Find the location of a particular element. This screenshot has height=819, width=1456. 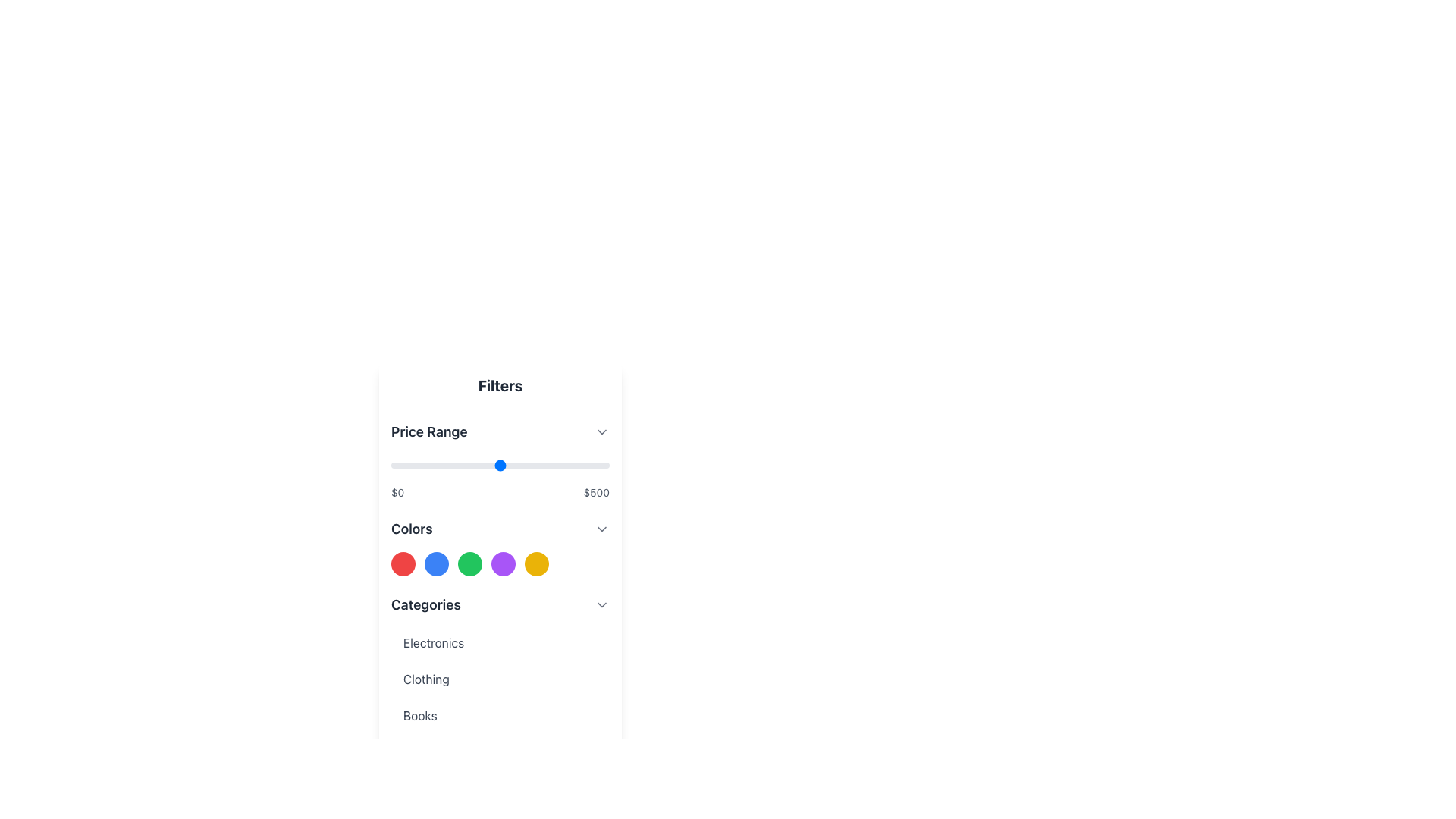

the dropdown icon for the 'Colors' section to activate the associated options is located at coordinates (601, 529).